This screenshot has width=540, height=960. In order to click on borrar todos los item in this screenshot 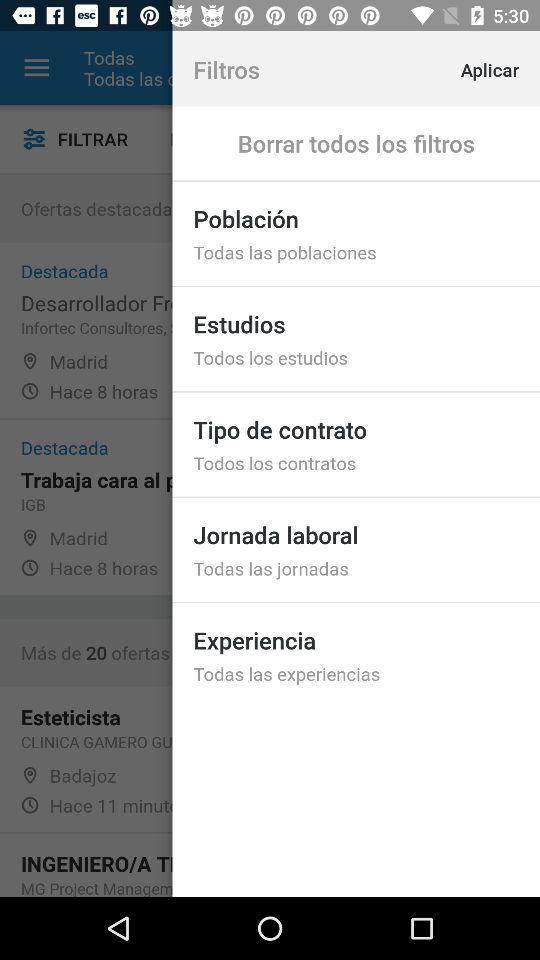, I will do `click(355, 142)`.